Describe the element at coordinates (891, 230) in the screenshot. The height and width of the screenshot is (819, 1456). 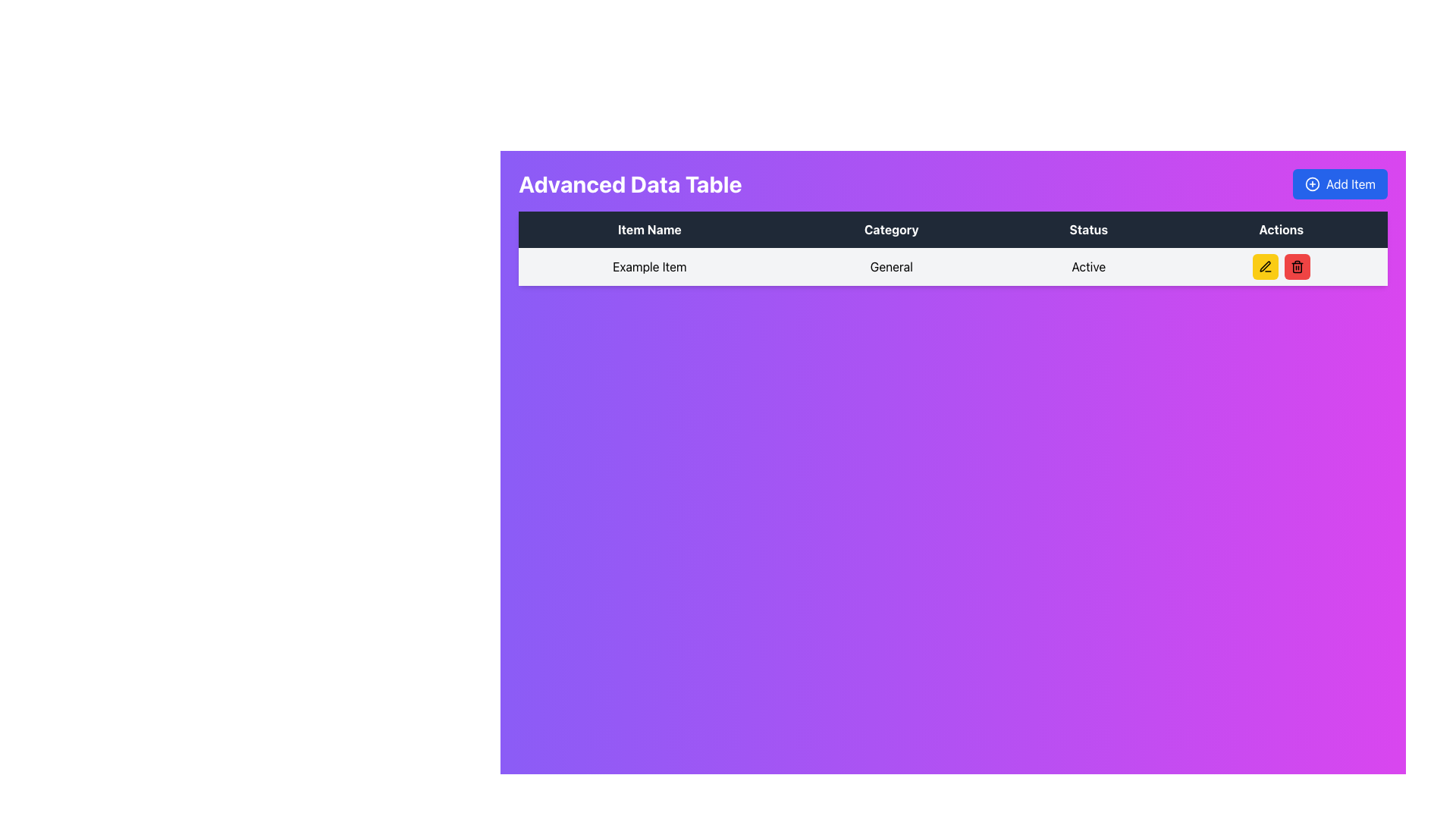
I see `the 'Category' table header, which has a black background and white text, to sort the column` at that location.